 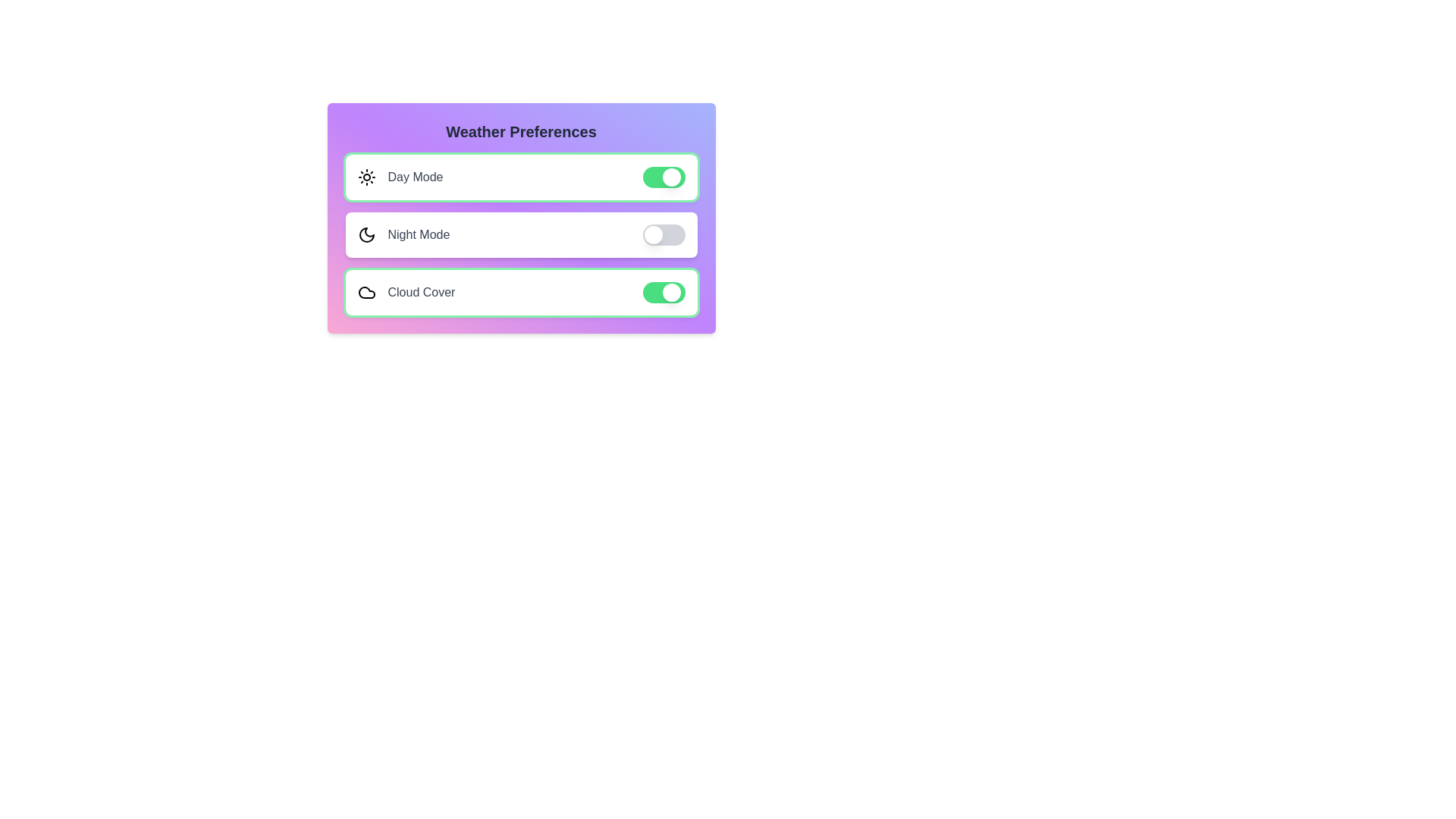 What do you see at coordinates (415, 177) in the screenshot?
I see `the text label corresponding to Day Mode to focus or select it` at bounding box center [415, 177].